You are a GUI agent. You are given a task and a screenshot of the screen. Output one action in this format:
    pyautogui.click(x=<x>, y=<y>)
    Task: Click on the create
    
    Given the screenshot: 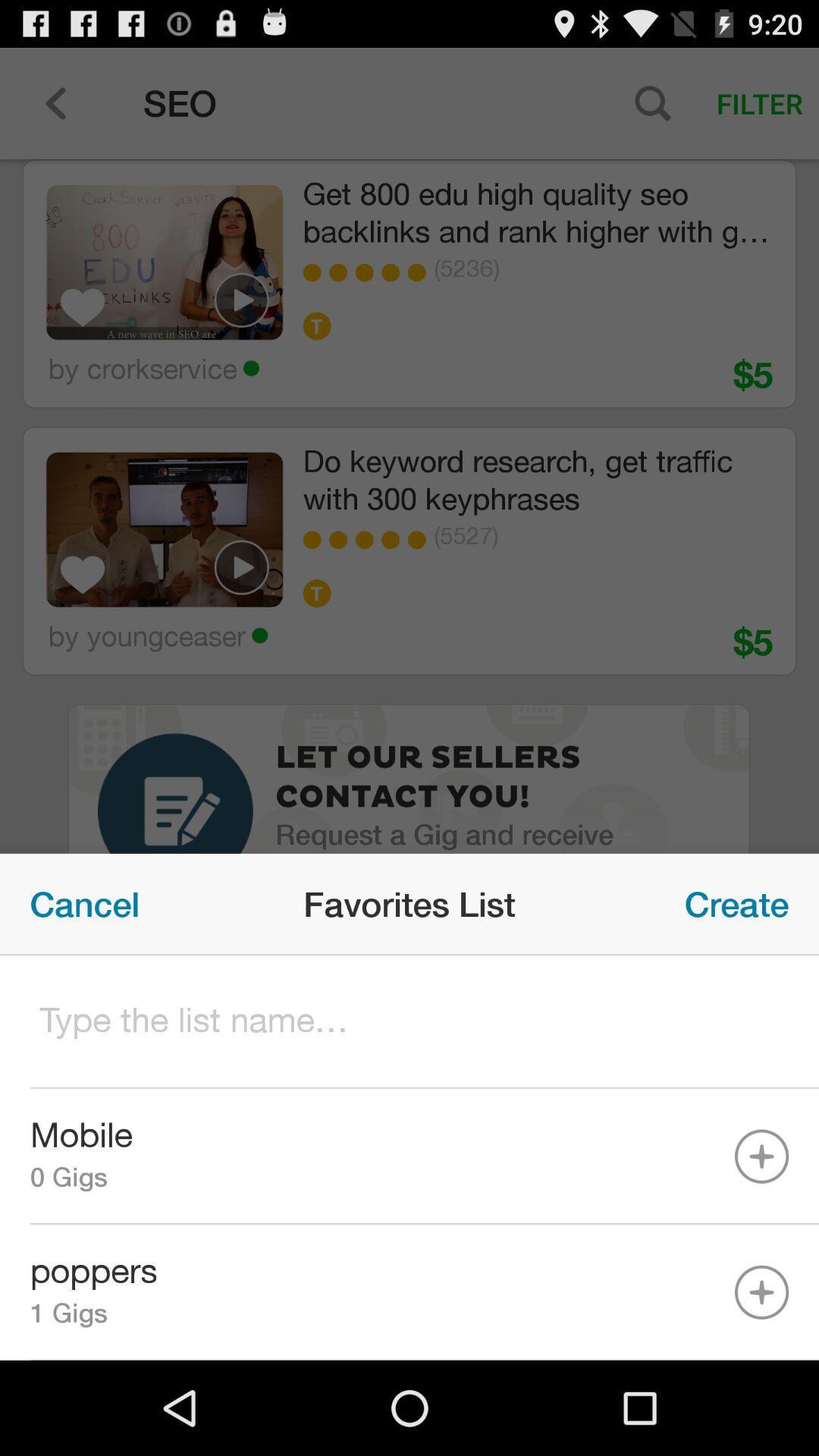 What is the action you would take?
    pyautogui.click(x=736, y=904)
    